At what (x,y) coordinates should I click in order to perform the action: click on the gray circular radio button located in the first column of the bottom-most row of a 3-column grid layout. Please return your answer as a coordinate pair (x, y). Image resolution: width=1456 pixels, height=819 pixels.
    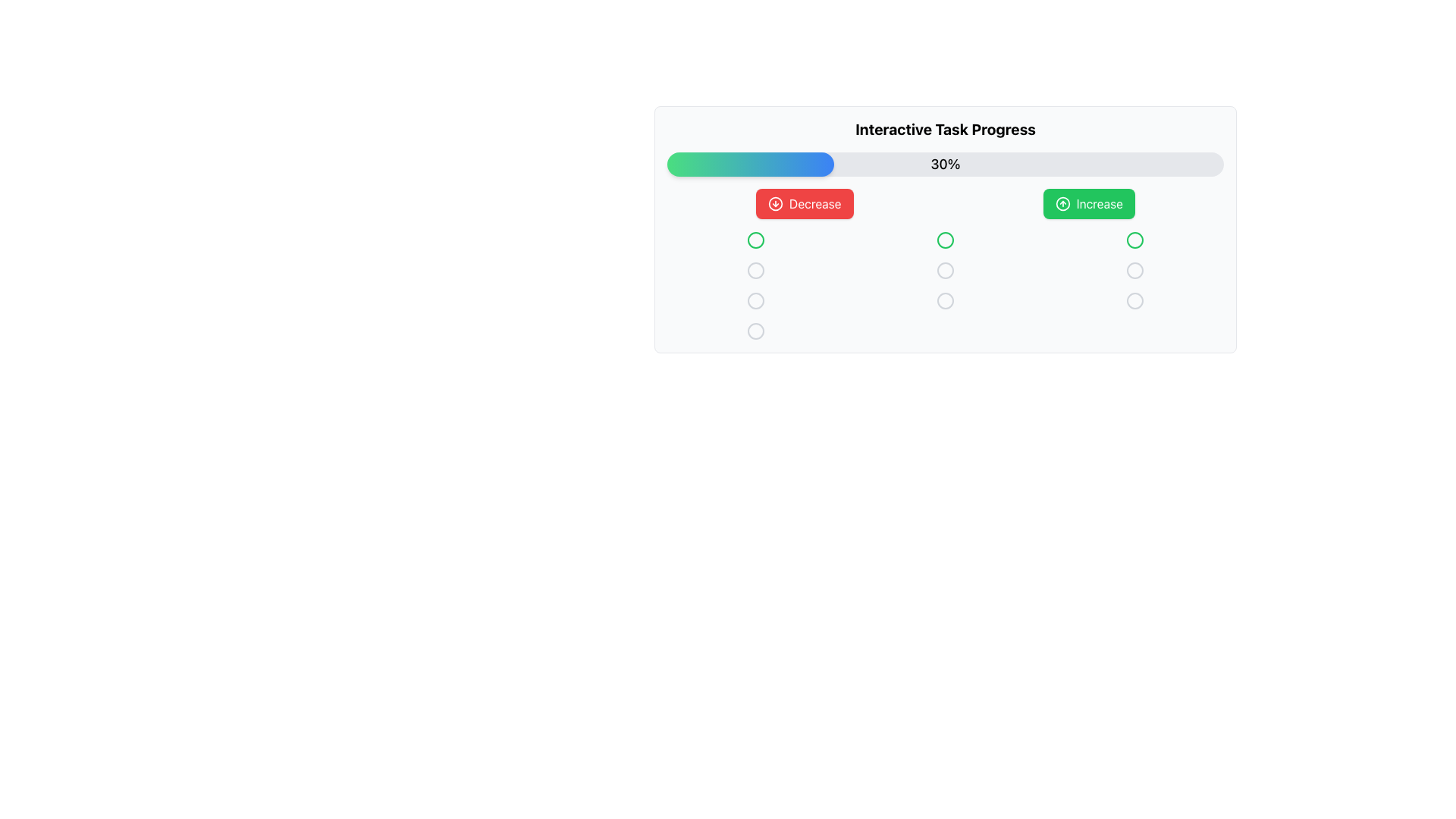
    Looking at the image, I should click on (756, 330).